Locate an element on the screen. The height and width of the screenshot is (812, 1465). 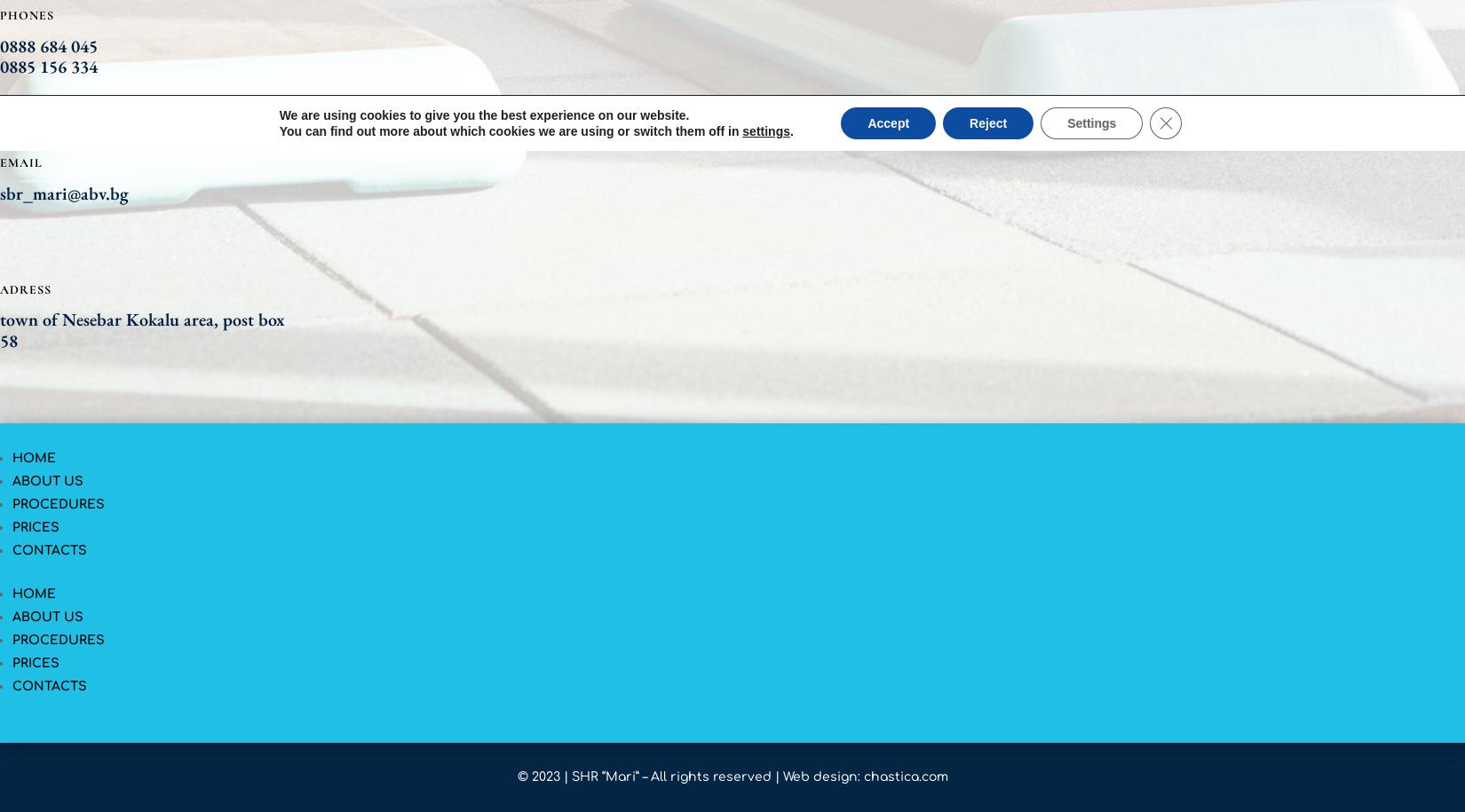
'Adress' is located at coordinates (26, 288).